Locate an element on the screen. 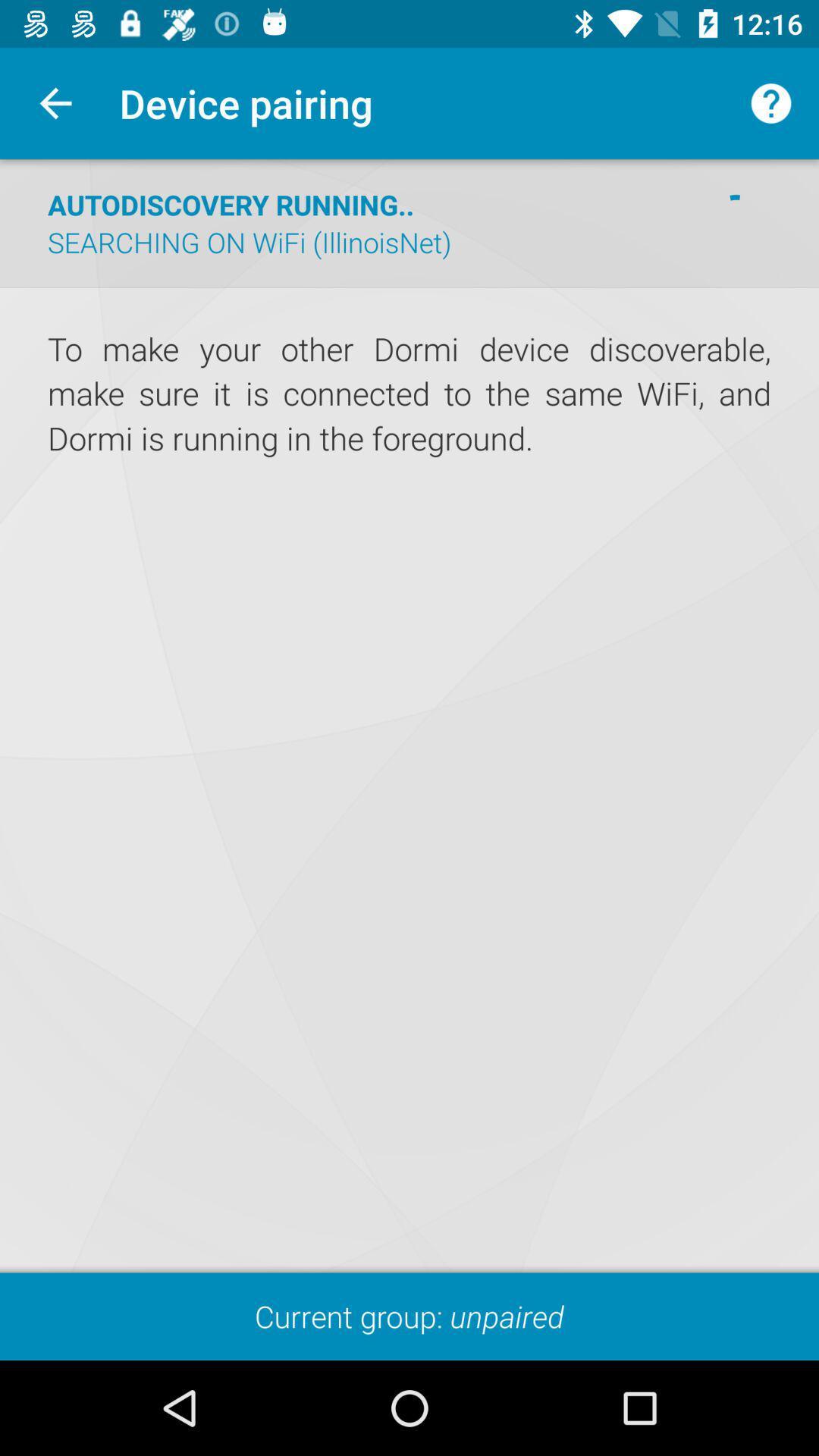 Image resolution: width=819 pixels, height=1456 pixels. to make your icon is located at coordinates (409, 394).